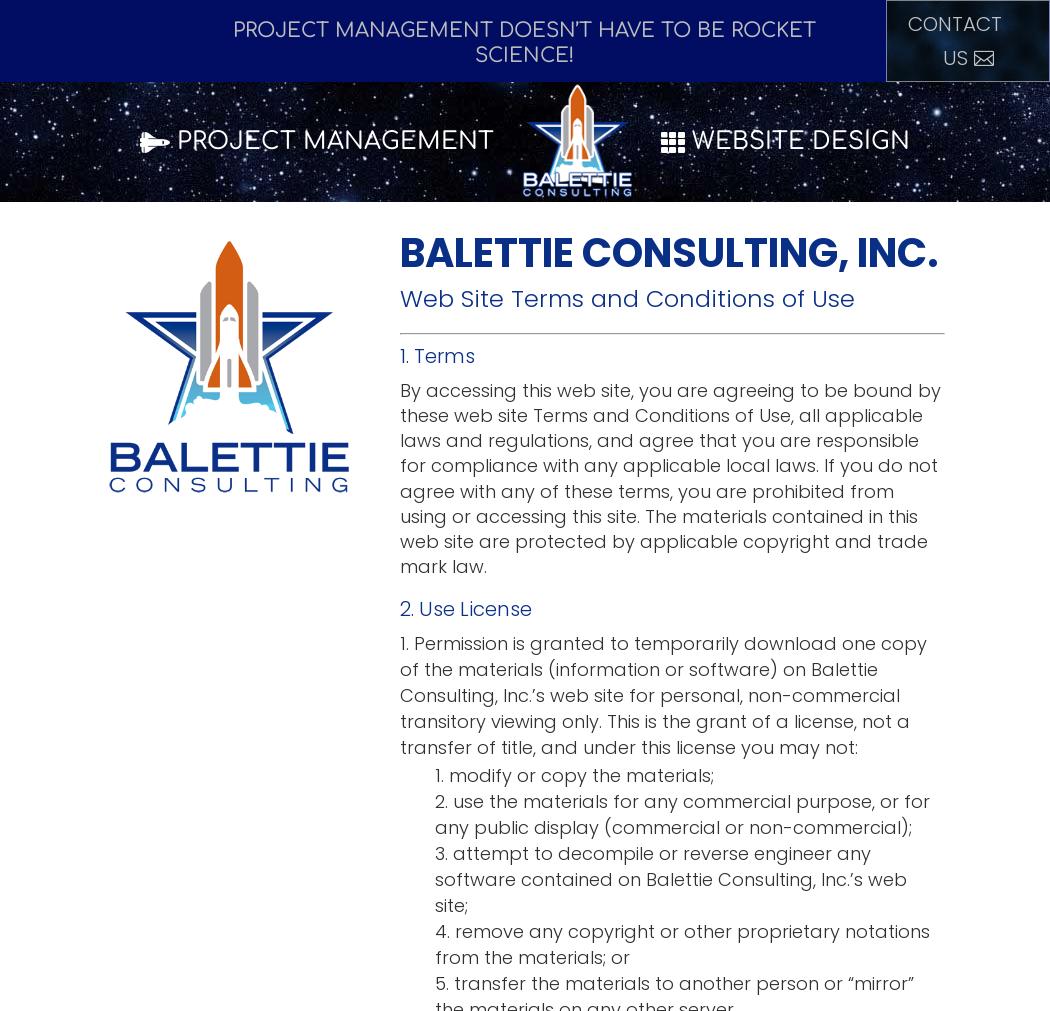 The height and width of the screenshot is (1011, 1050). Describe the element at coordinates (668, 252) in the screenshot. I see `'Balettie Consulting, Inc.'` at that location.